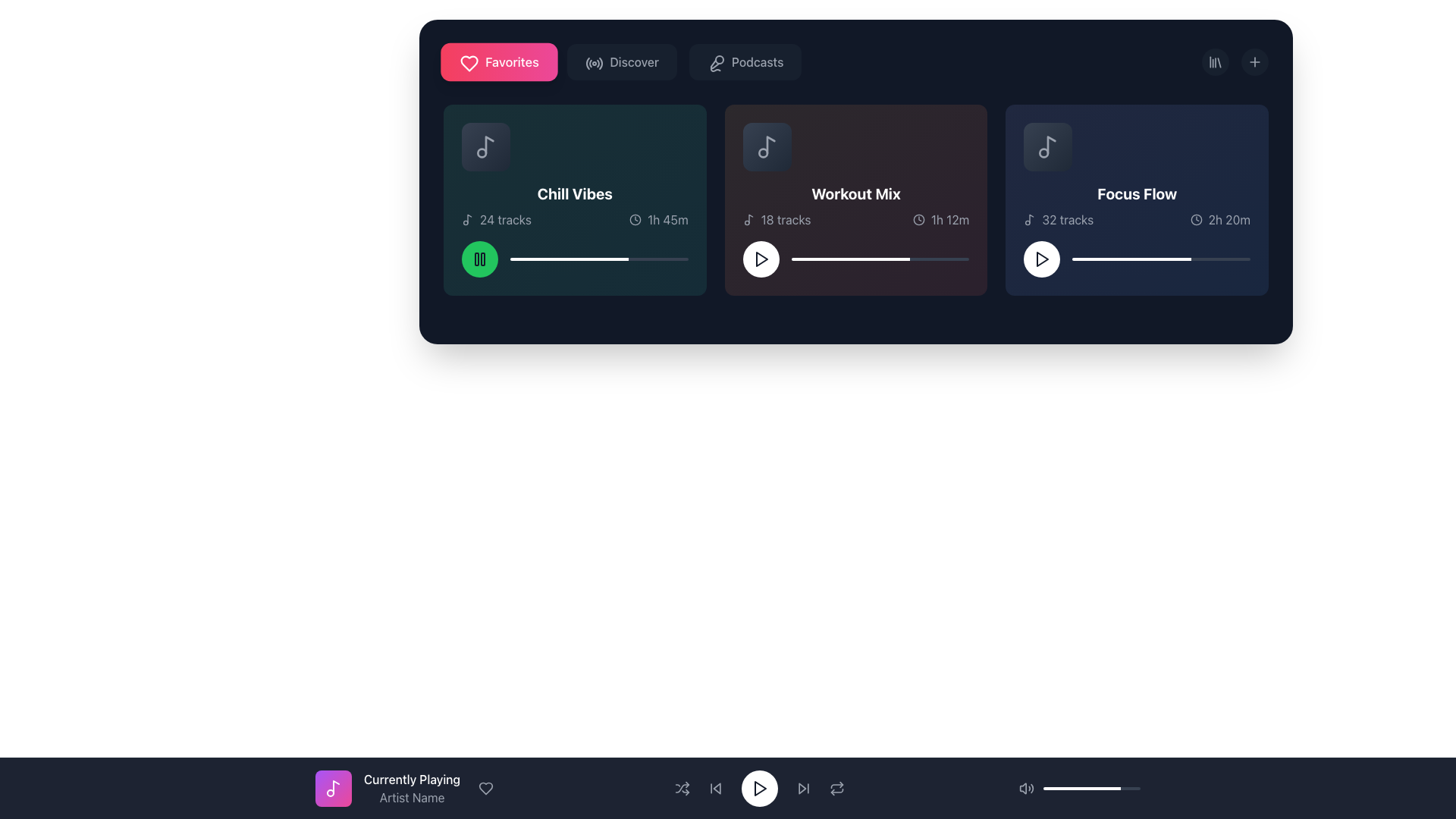 This screenshot has height=819, width=1456. I want to click on the text label indicating the current playback status of the media player, located in the bottom center of the interface, to the right of the music note icon, so click(412, 780).